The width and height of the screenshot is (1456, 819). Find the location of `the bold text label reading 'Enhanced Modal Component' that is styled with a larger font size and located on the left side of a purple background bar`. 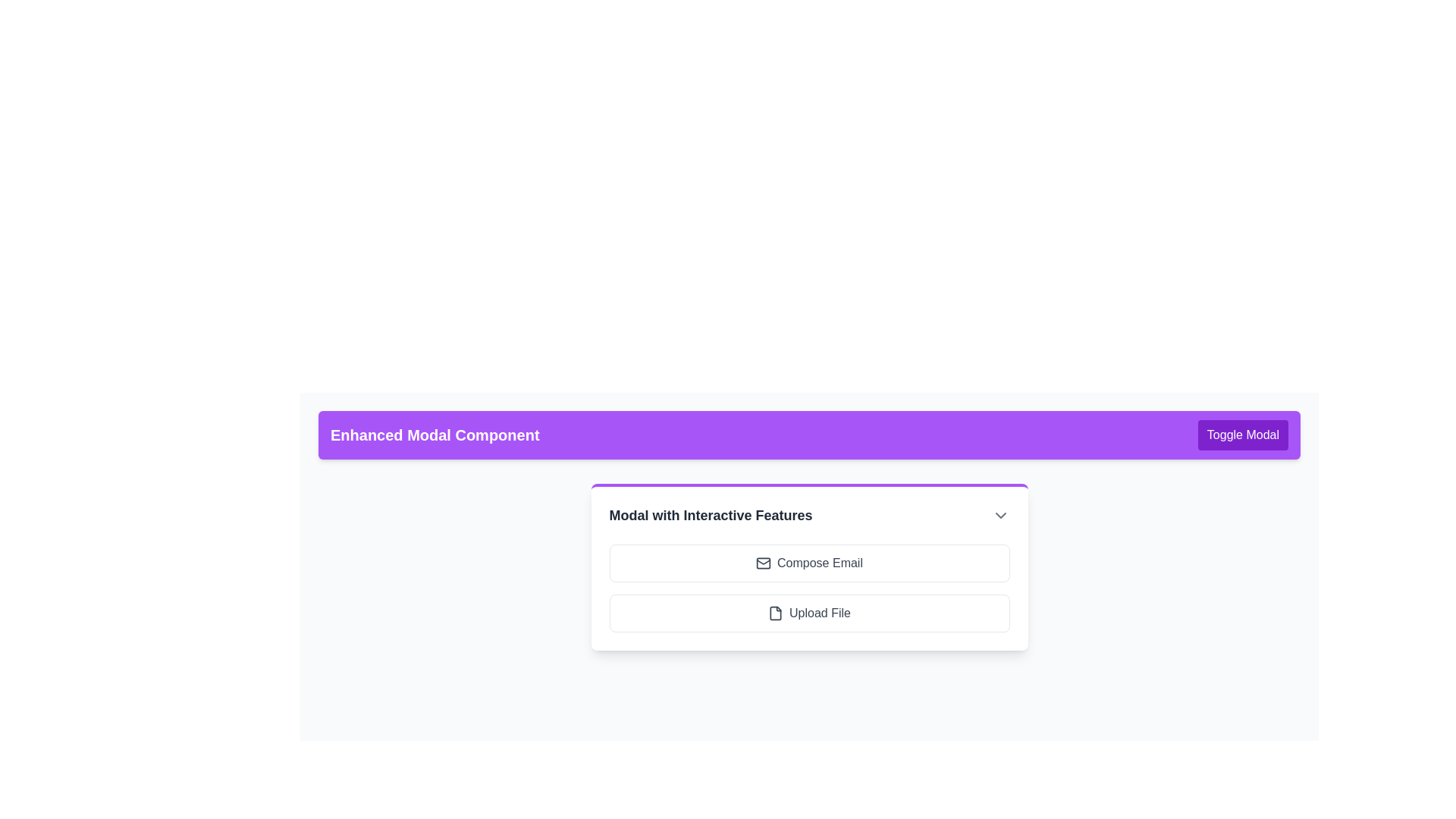

the bold text label reading 'Enhanced Modal Component' that is styled with a larger font size and located on the left side of a purple background bar is located at coordinates (434, 435).